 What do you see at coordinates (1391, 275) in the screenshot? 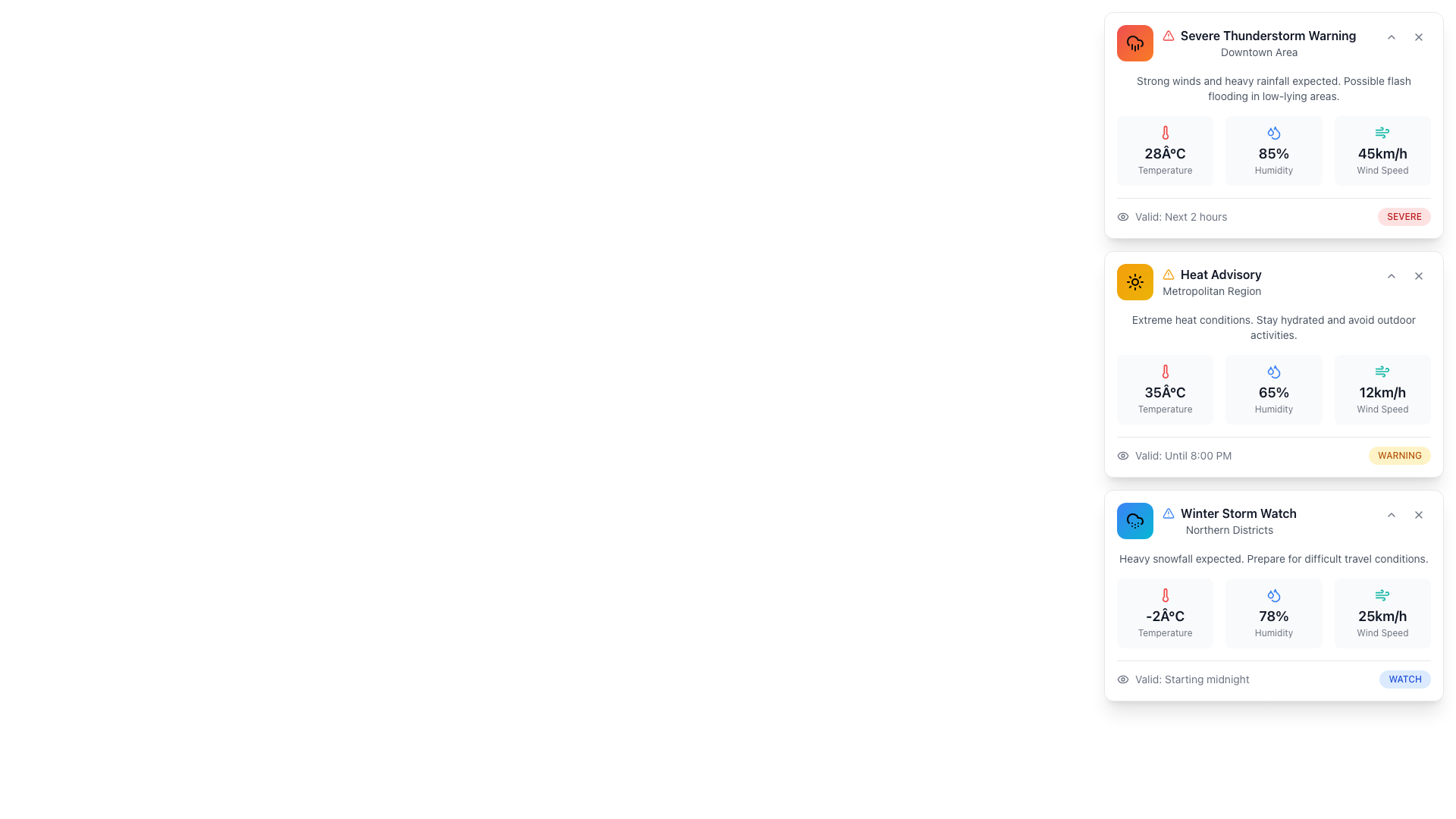
I see `the chevron icon in the 'Heat Advisory' section` at bounding box center [1391, 275].